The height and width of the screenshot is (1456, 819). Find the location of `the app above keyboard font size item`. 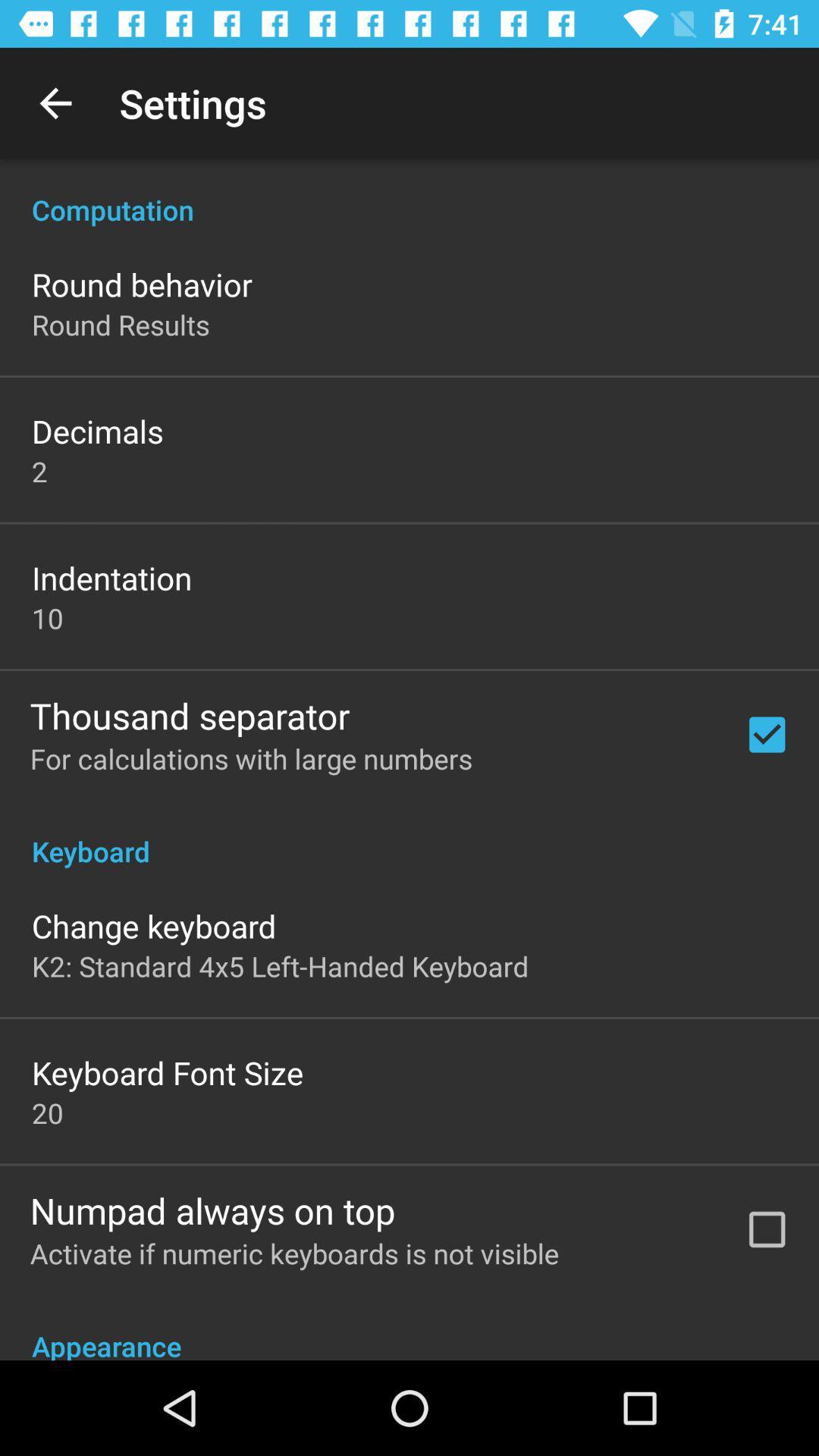

the app above keyboard font size item is located at coordinates (280, 965).